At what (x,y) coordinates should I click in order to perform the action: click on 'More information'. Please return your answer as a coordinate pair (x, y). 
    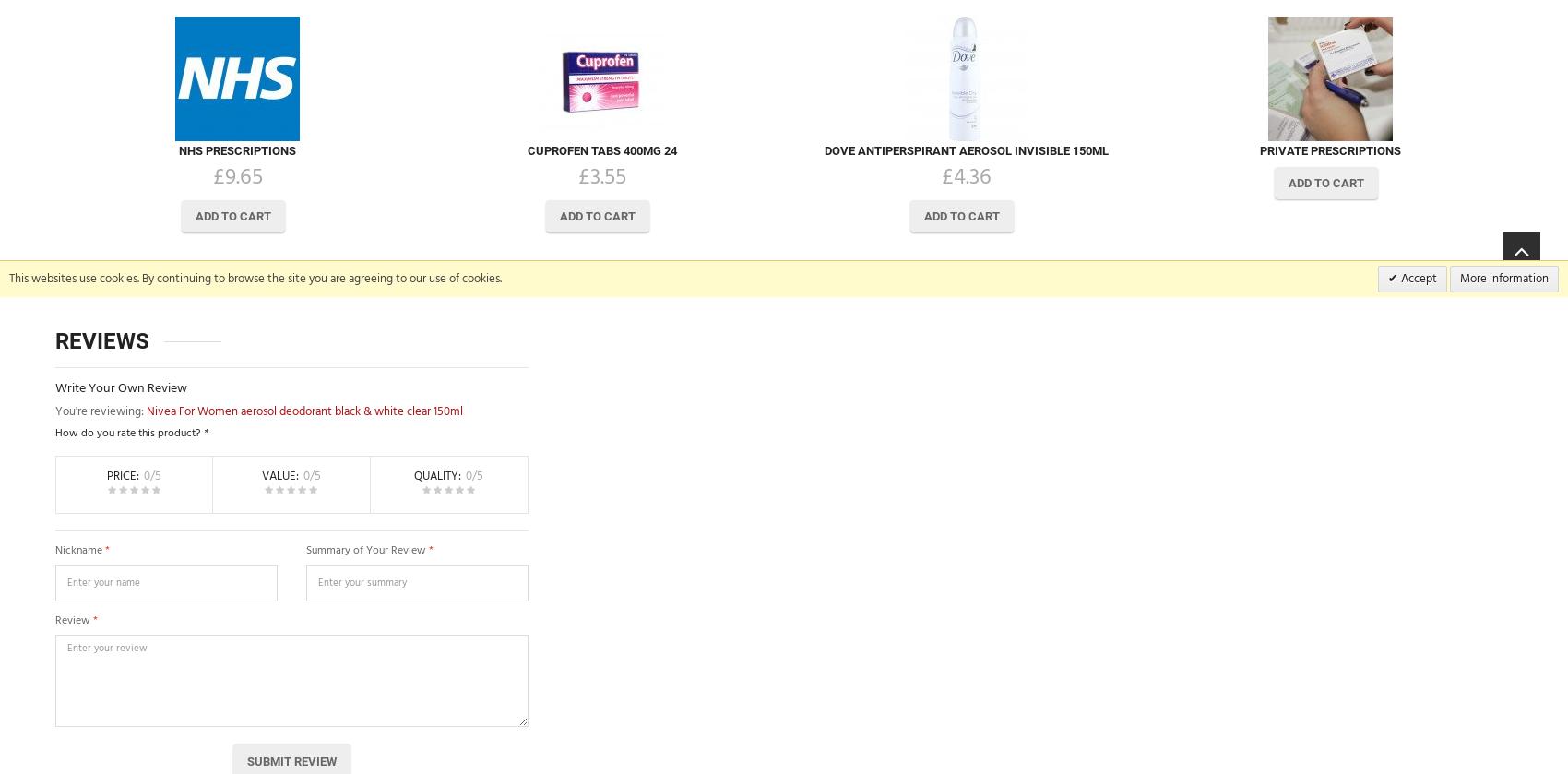
    Looking at the image, I should click on (1503, 278).